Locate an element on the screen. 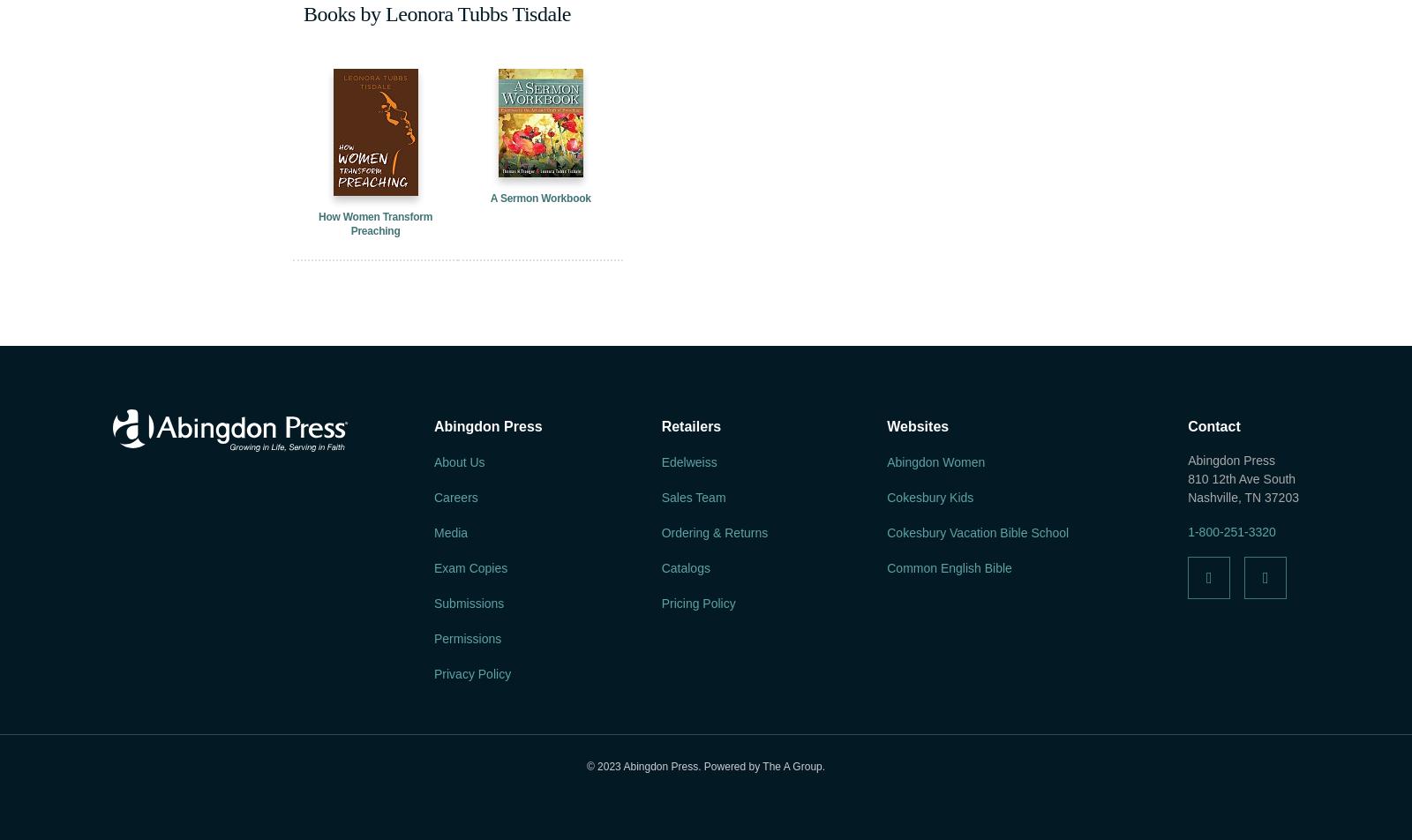 This screenshot has height=840, width=1412. 'A Sermon Workbook' is located at coordinates (540, 198).